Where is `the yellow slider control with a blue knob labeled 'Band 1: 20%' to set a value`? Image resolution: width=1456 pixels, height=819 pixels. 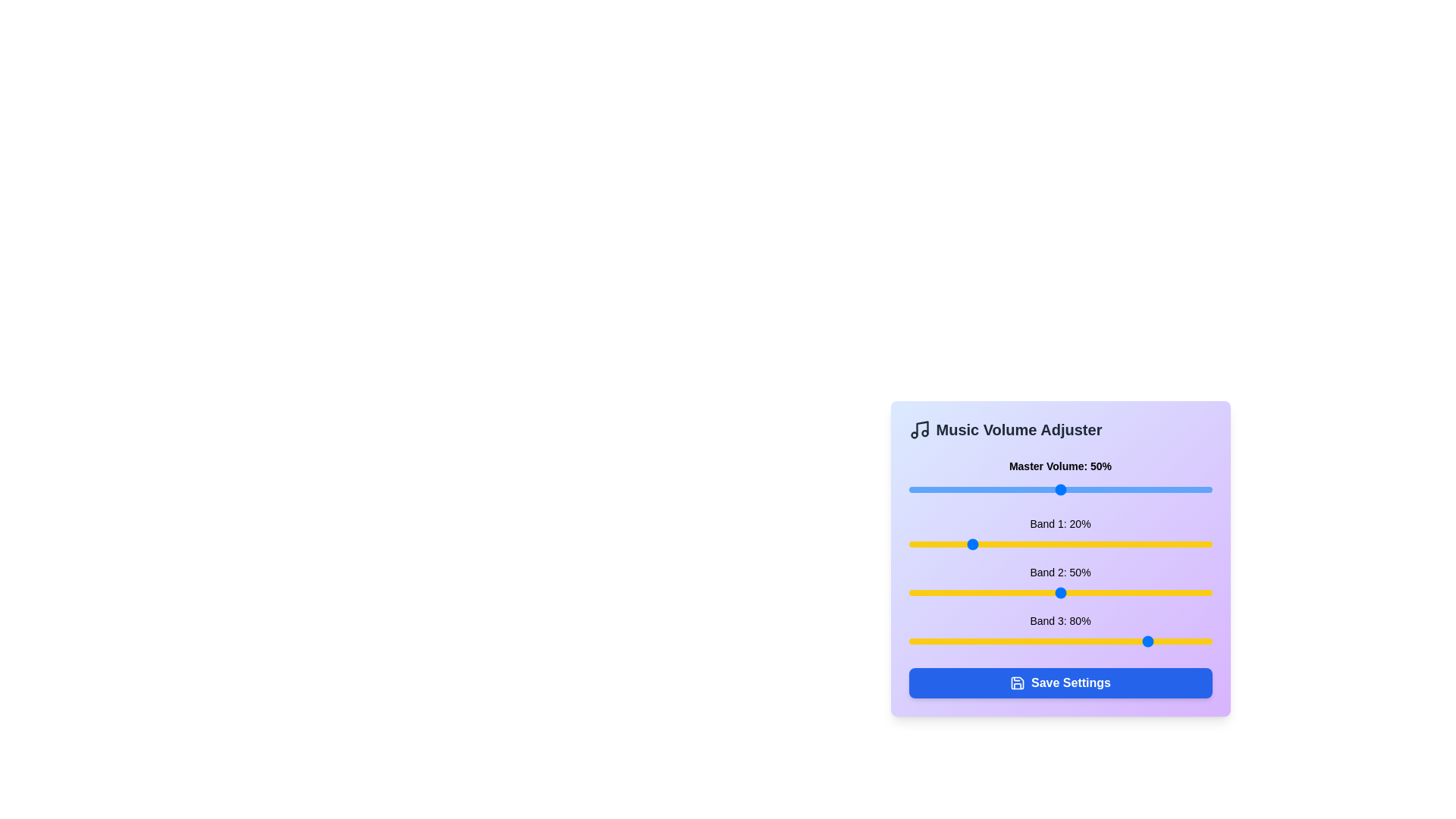
the yellow slider control with a blue knob labeled 'Band 1: 20%' to set a value is located at coordinates (1059, 534).